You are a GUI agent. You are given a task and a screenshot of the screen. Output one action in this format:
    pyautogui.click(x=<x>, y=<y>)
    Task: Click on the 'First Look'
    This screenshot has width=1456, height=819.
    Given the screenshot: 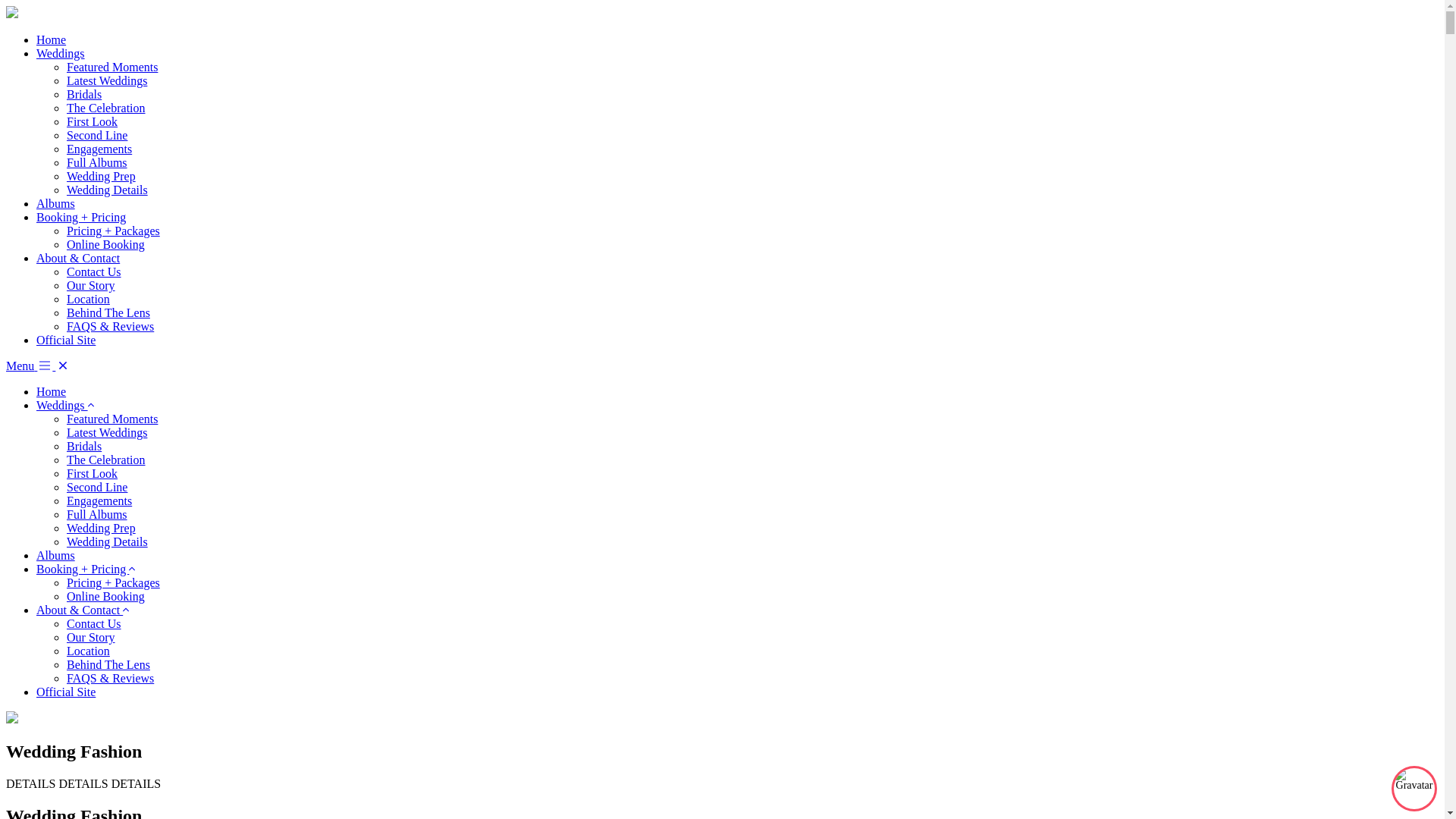 What is the action you would take?
    pyautogui.click(x=91, y=472)
    